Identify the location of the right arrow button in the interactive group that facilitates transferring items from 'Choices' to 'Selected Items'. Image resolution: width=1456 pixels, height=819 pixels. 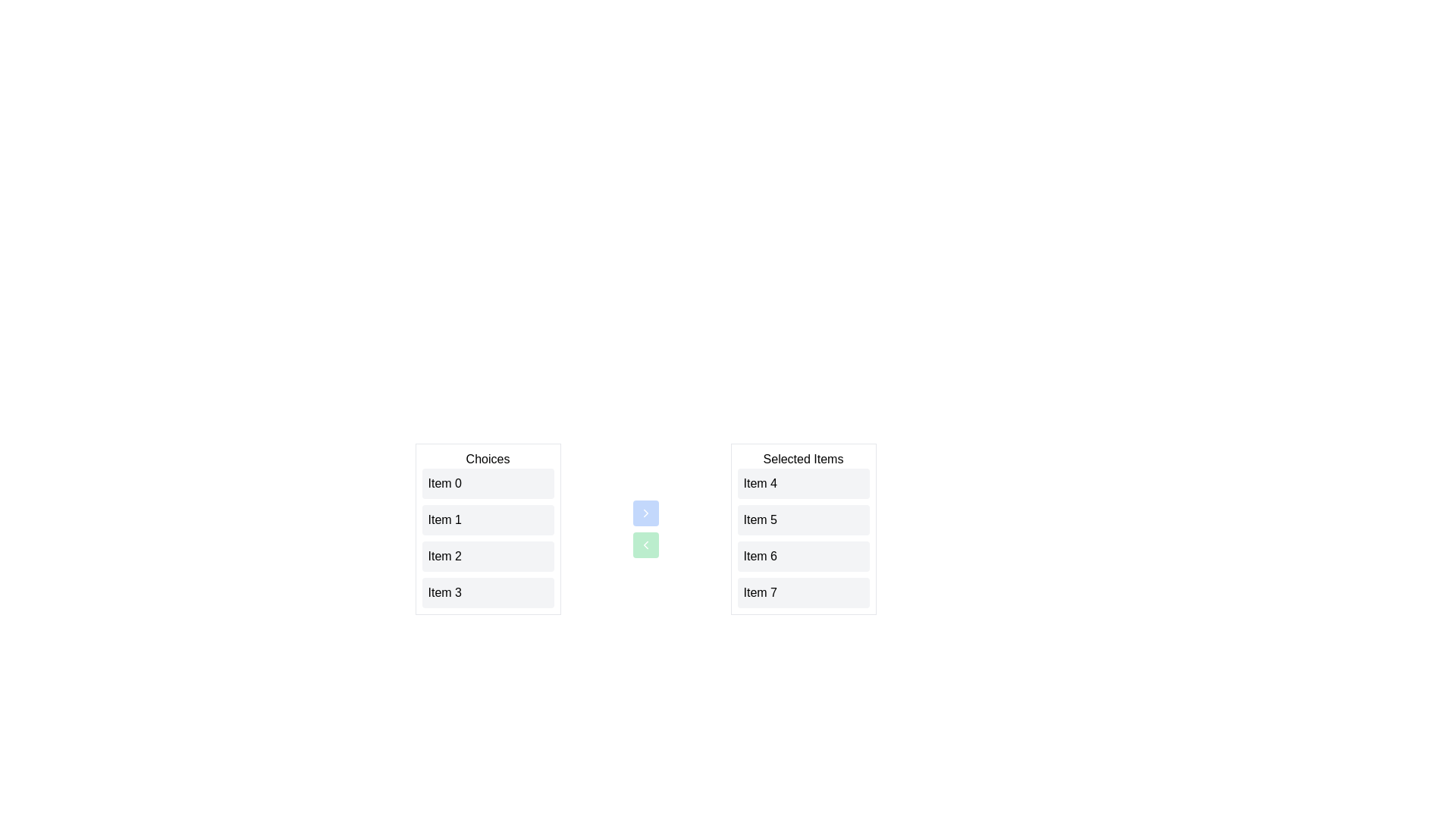
(645, 529).